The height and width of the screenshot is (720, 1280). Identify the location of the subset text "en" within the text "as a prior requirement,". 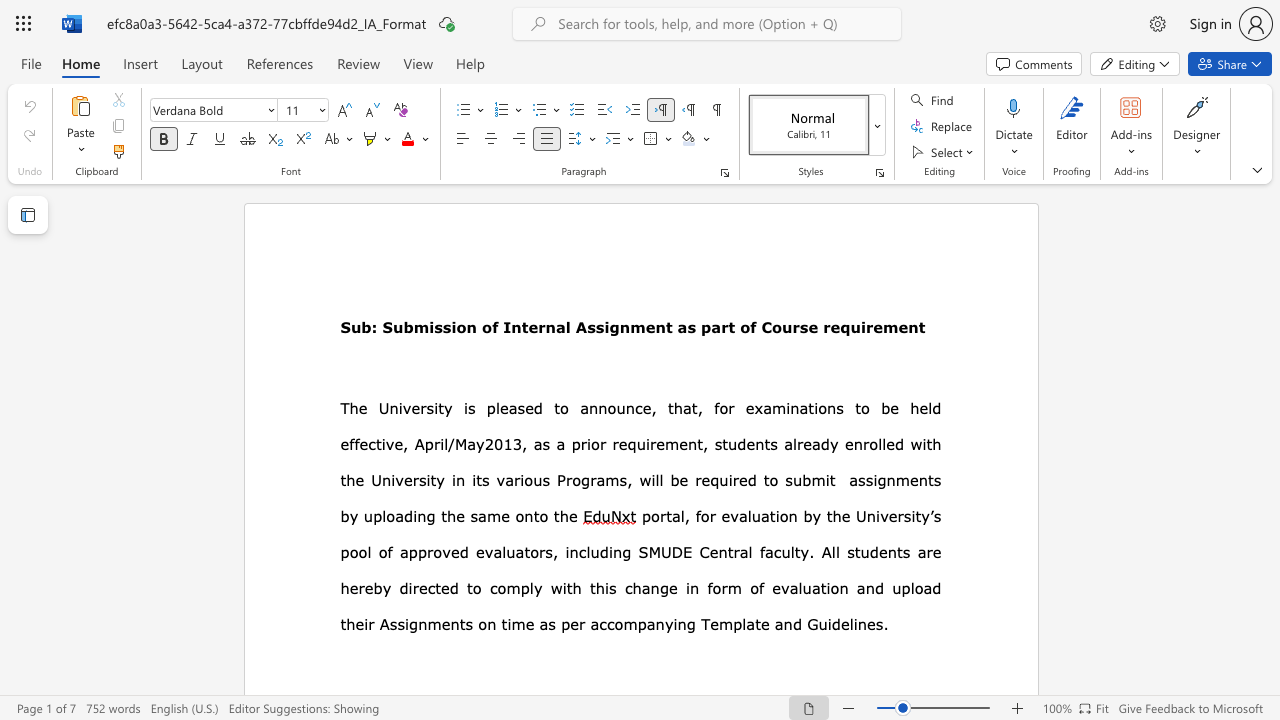
(679, 443).